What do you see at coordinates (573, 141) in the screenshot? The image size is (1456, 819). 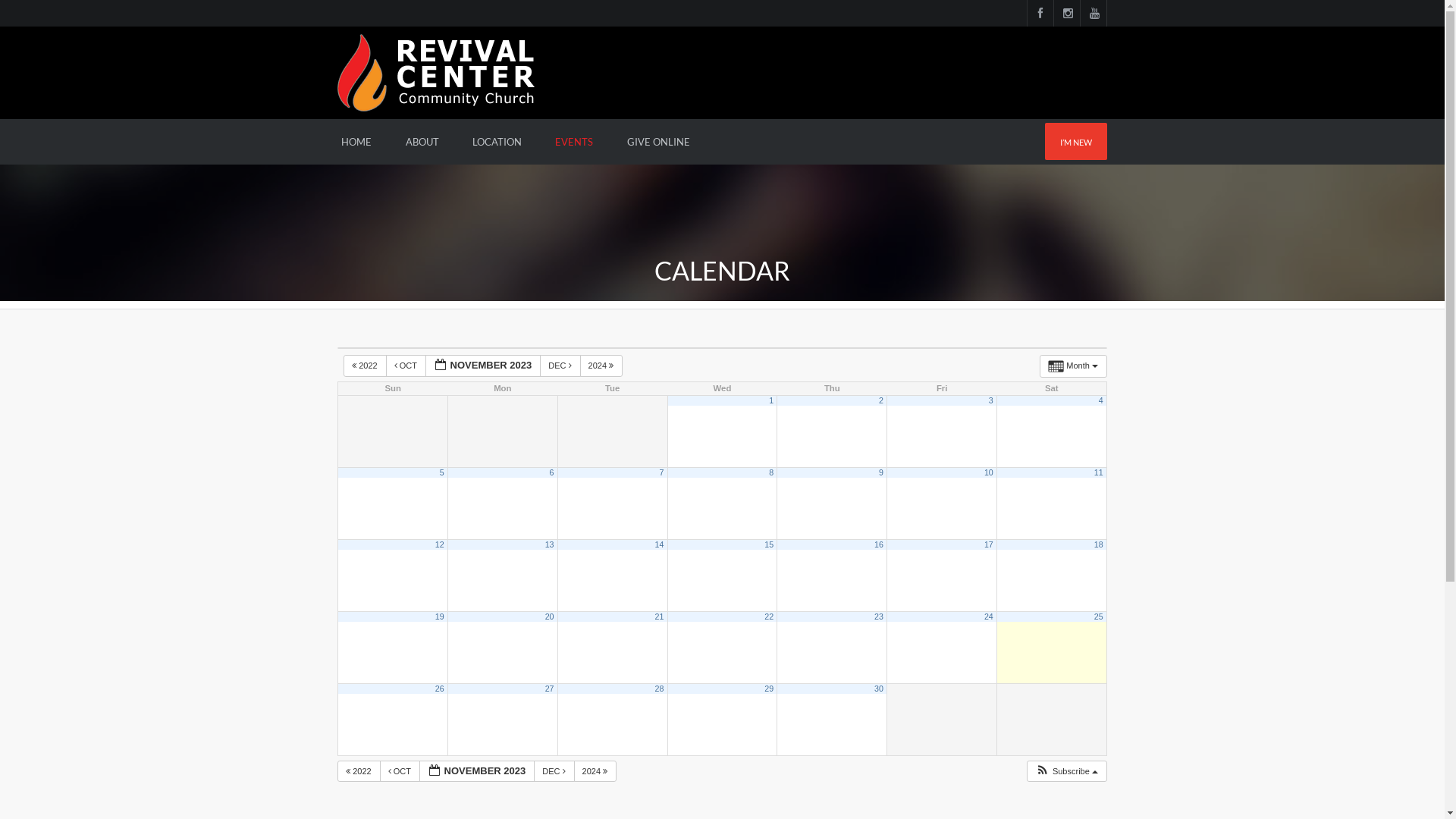 I see `'EVENTS'` at bounding box center [573, 141].